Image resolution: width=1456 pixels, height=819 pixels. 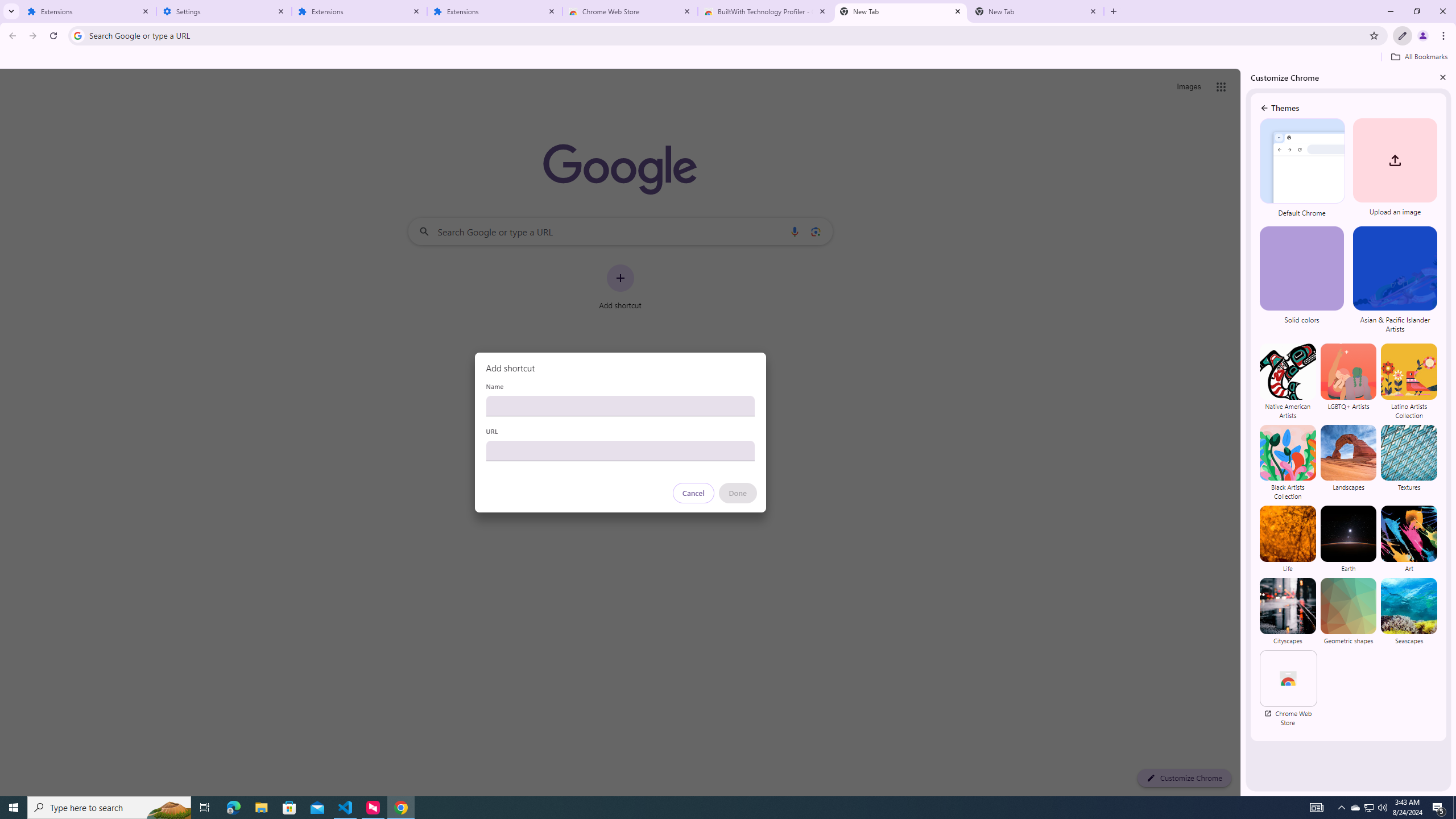 I want to click on 'Name', so click(x=619, y=405).